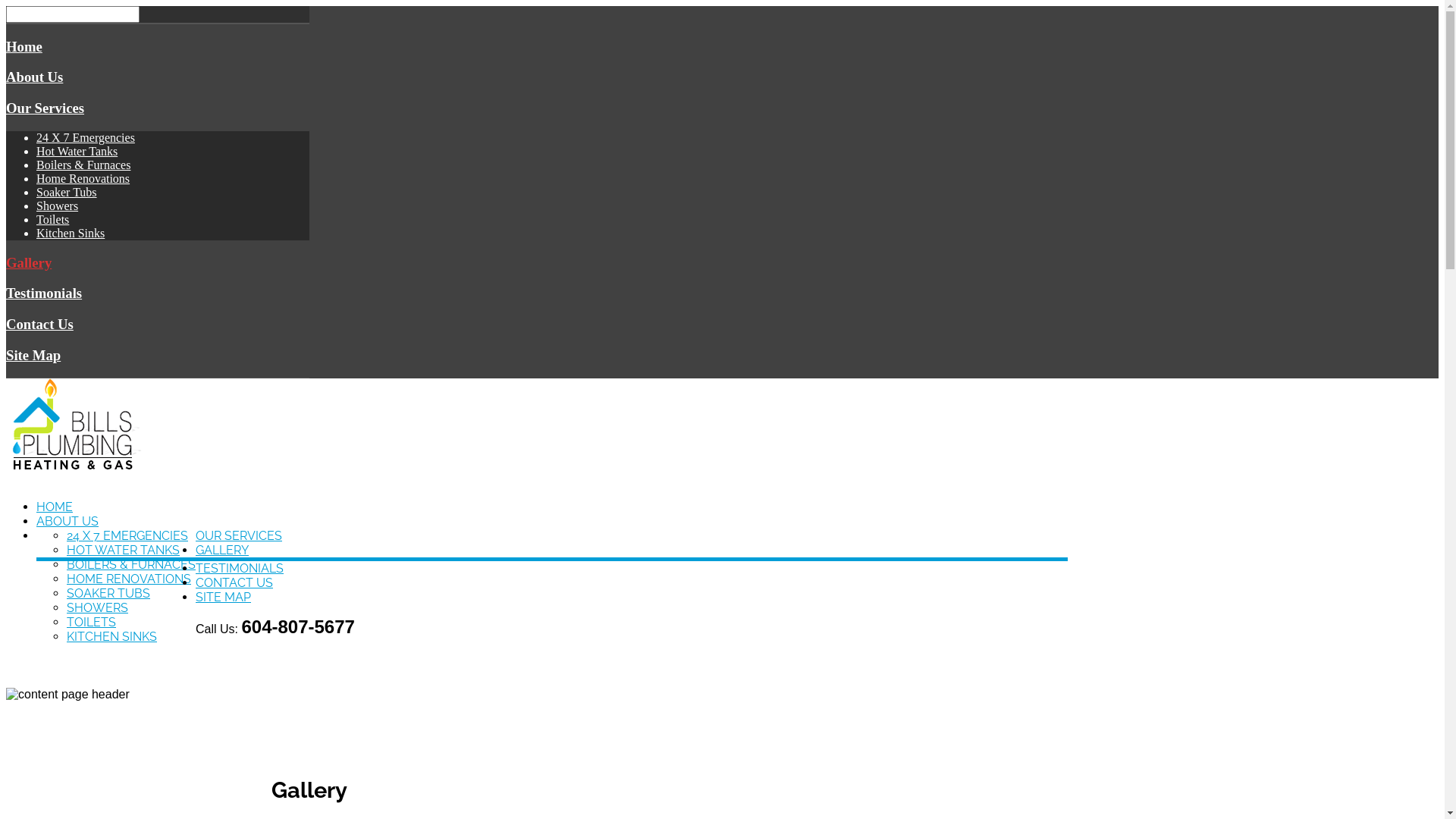  I want to click on 'GALLERY', so click(195, 550).